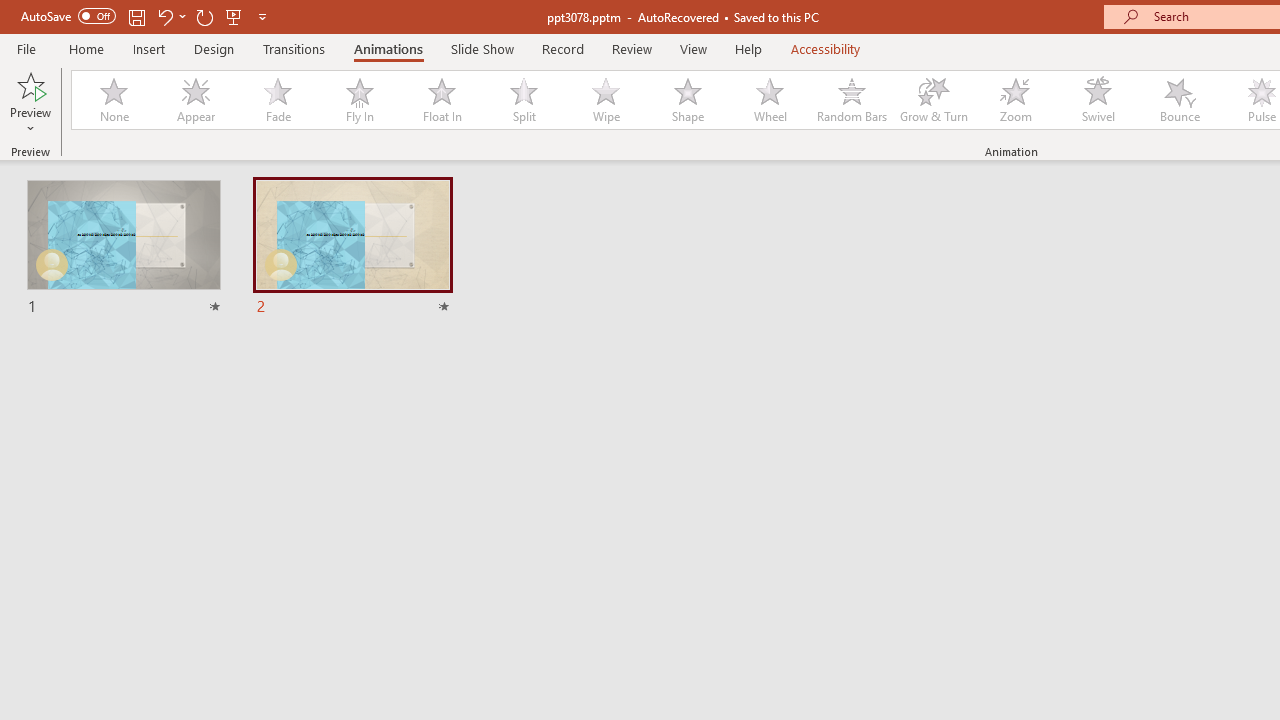 This screenshot has width=1280, height=720. I want to click on 'Split', so click(523, 100).